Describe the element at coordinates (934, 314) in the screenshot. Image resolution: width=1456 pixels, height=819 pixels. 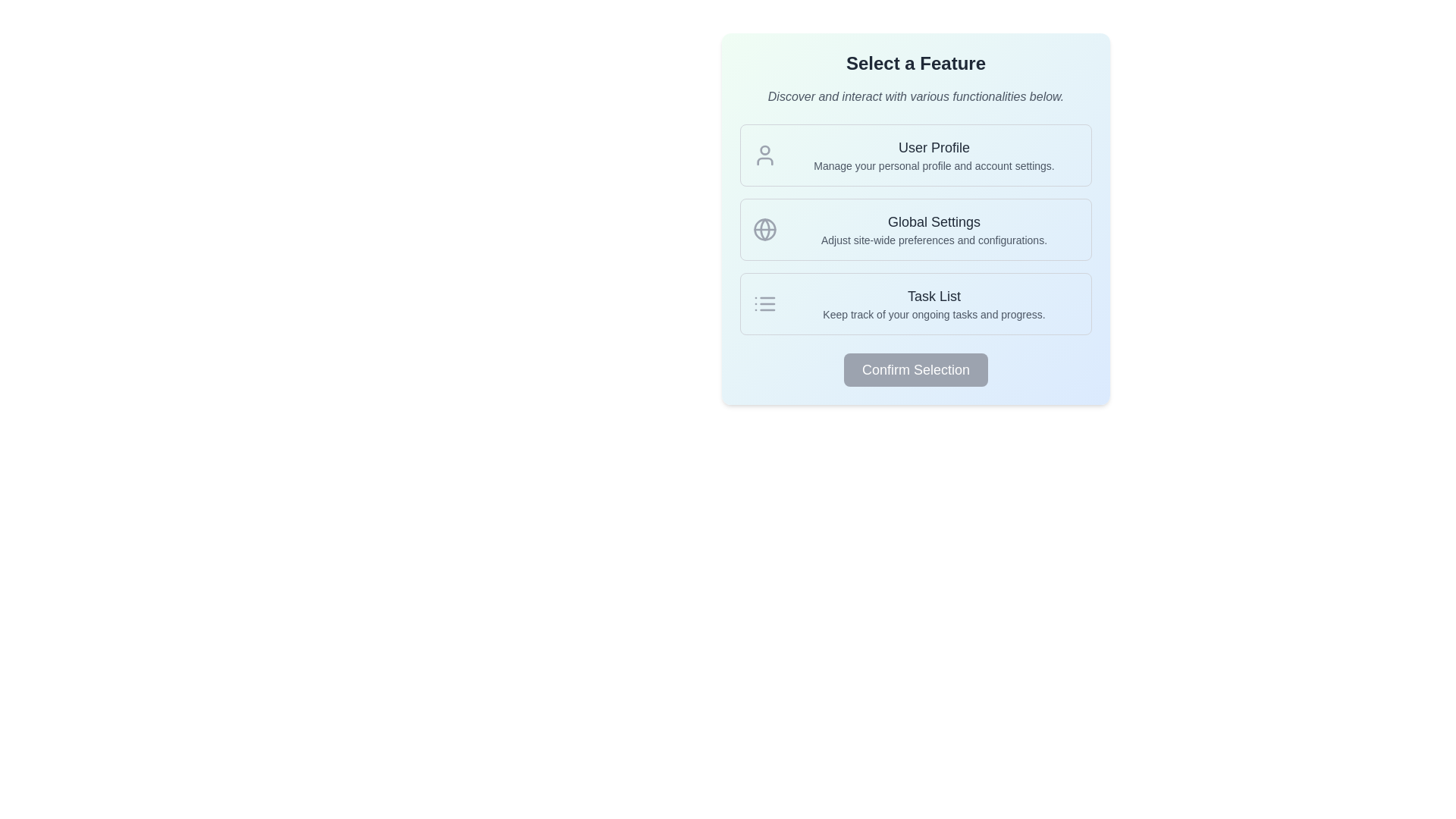
I see `static text element displaying the sentence 'Keep track of your ongoing tasks and progress.' which is styled in gray font and positioned below the 'Task List' label` at that location.